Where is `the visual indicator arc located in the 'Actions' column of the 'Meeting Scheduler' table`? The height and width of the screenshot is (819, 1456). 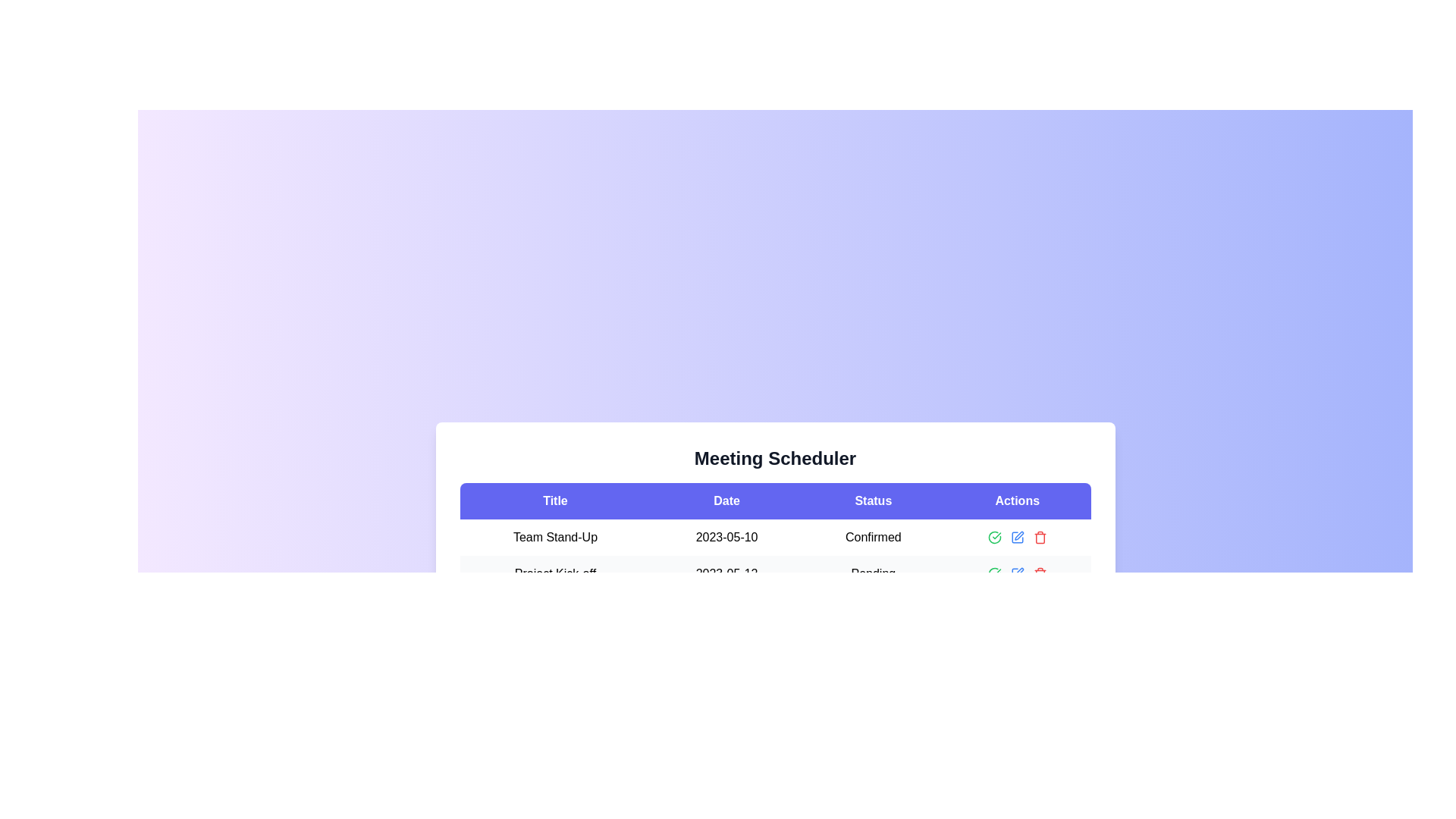 the visual indicator arc located in the 'Actions' column of the 'Meeting Scheduler' table is located at coordinates (994, 573).